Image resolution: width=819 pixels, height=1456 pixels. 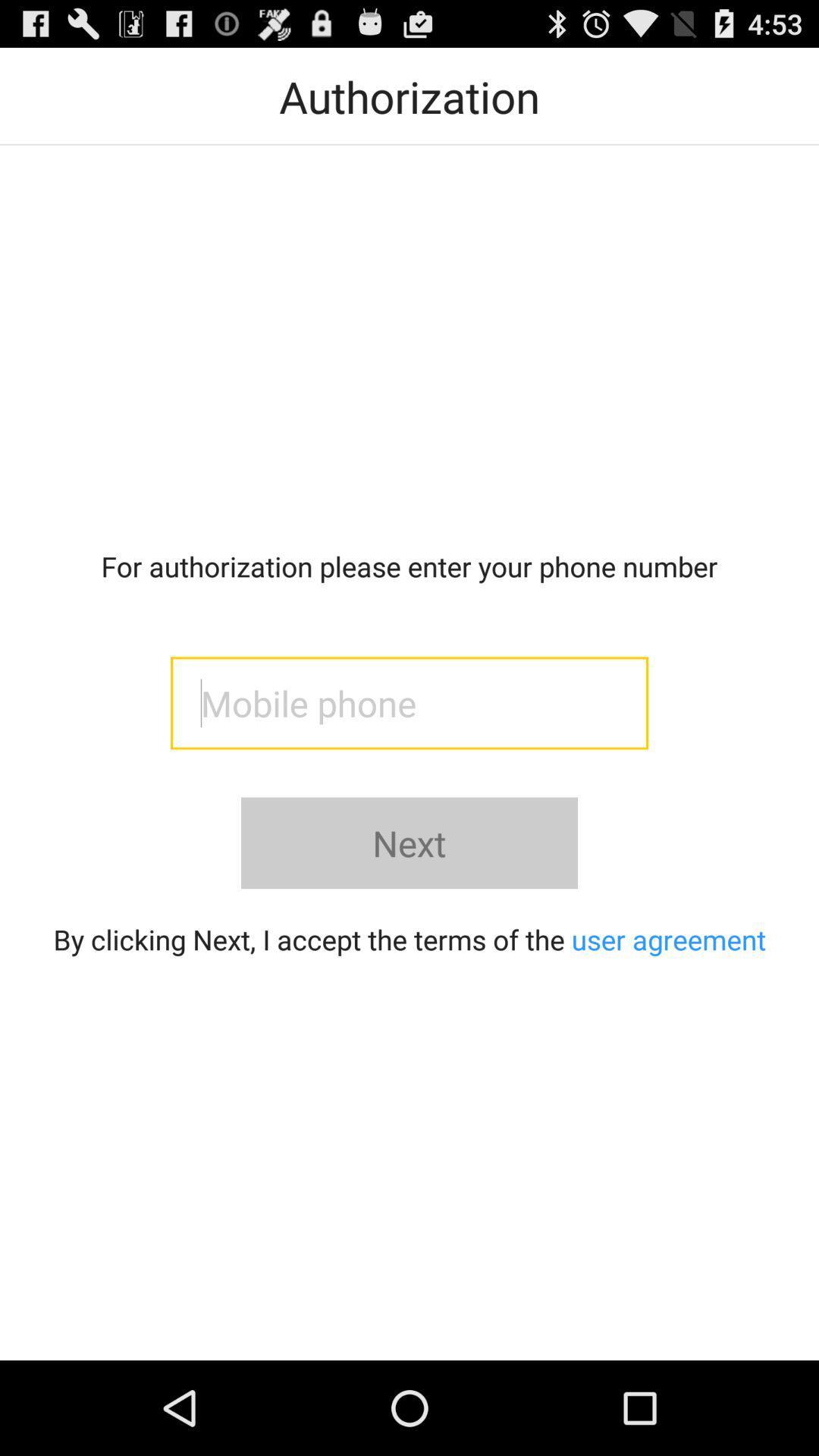 I want to click on phone number, so click(x=409, y=702).